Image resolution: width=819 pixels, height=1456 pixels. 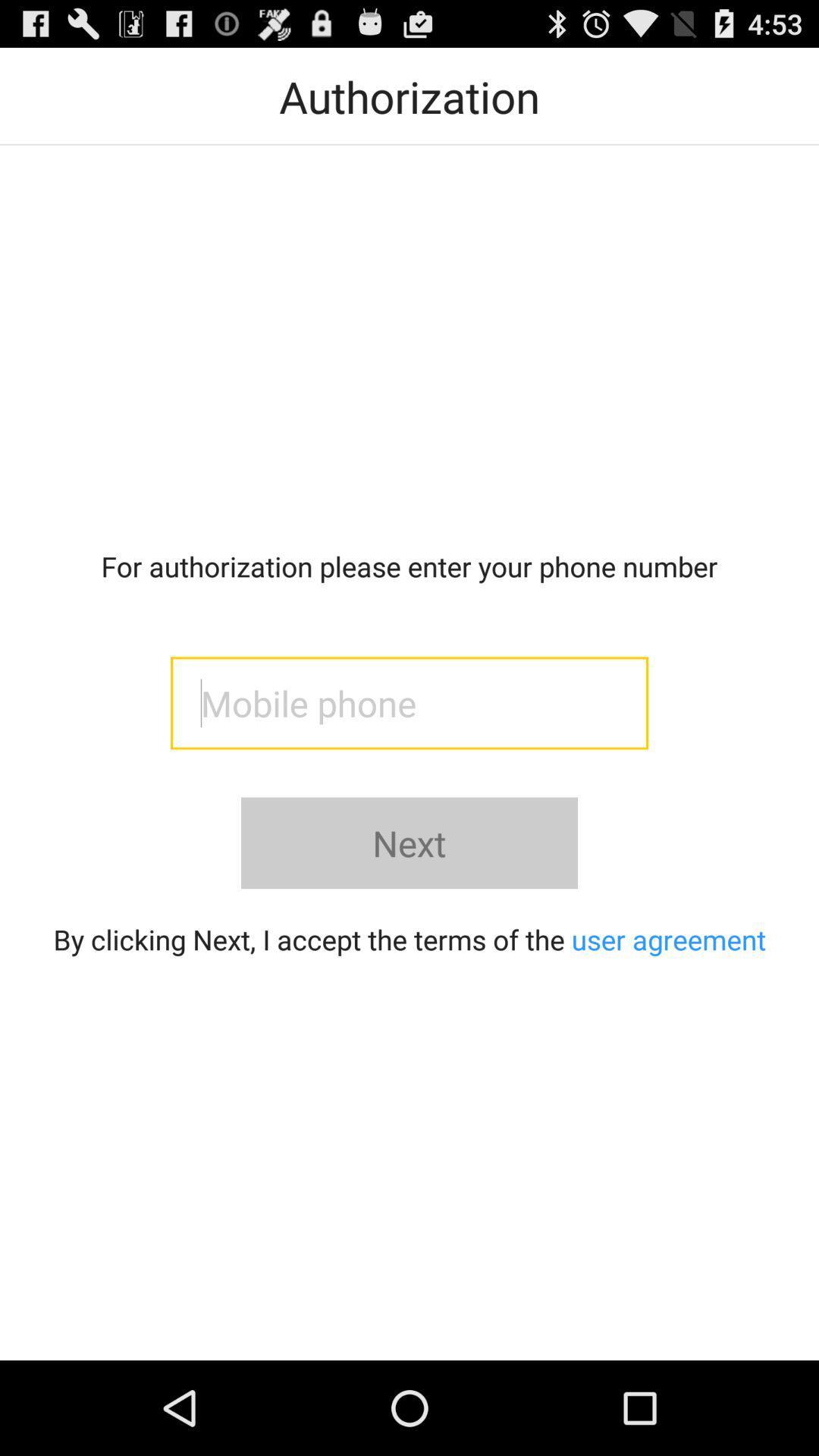 I want to click on phone number, so click(x=409, y=702).